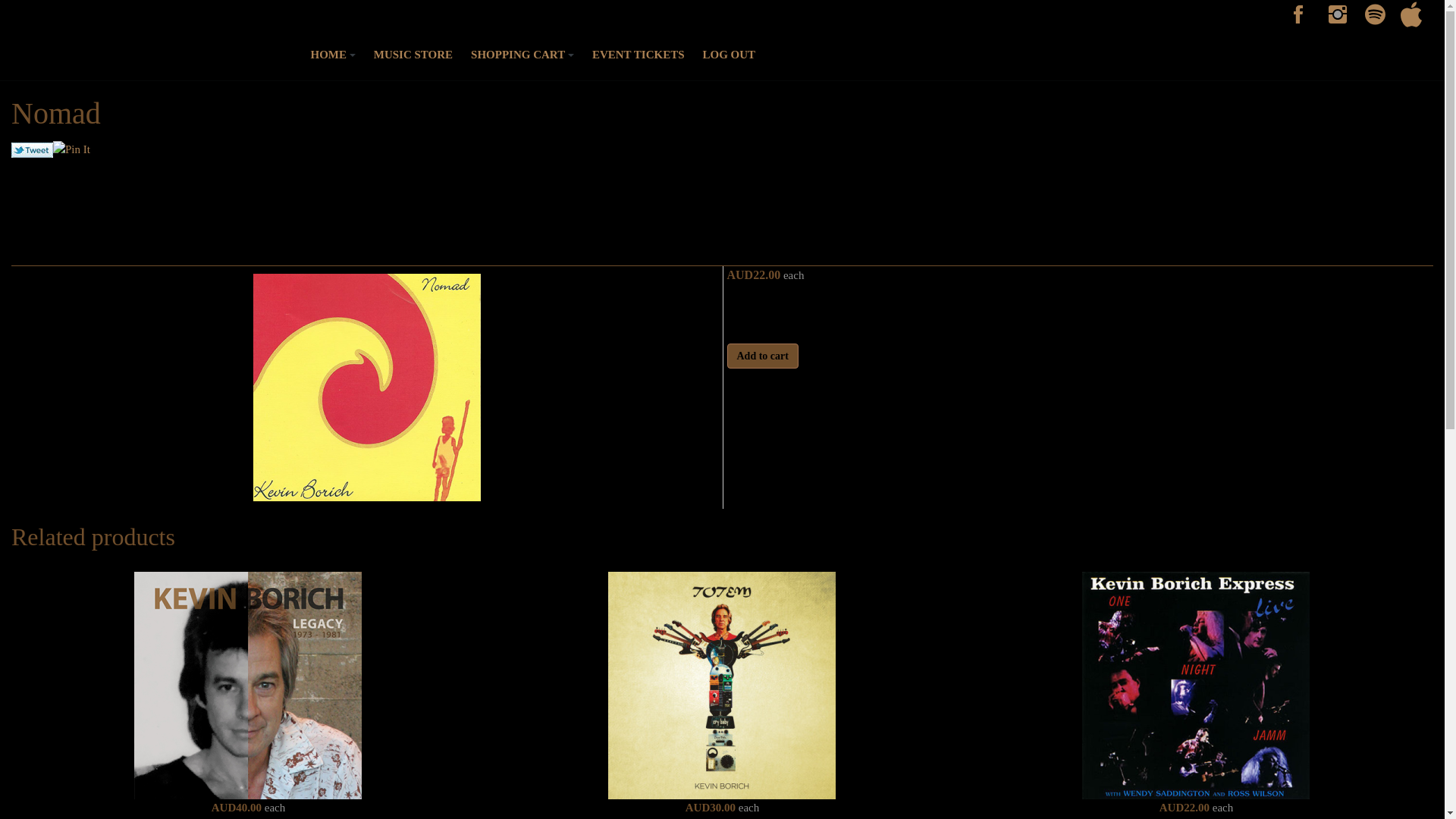 Image resolution: width=1456 pixels, height=819 pixels. Describe the element at coordinates (367, 386) in the screenshot. I see `'Nomad'` at that location.